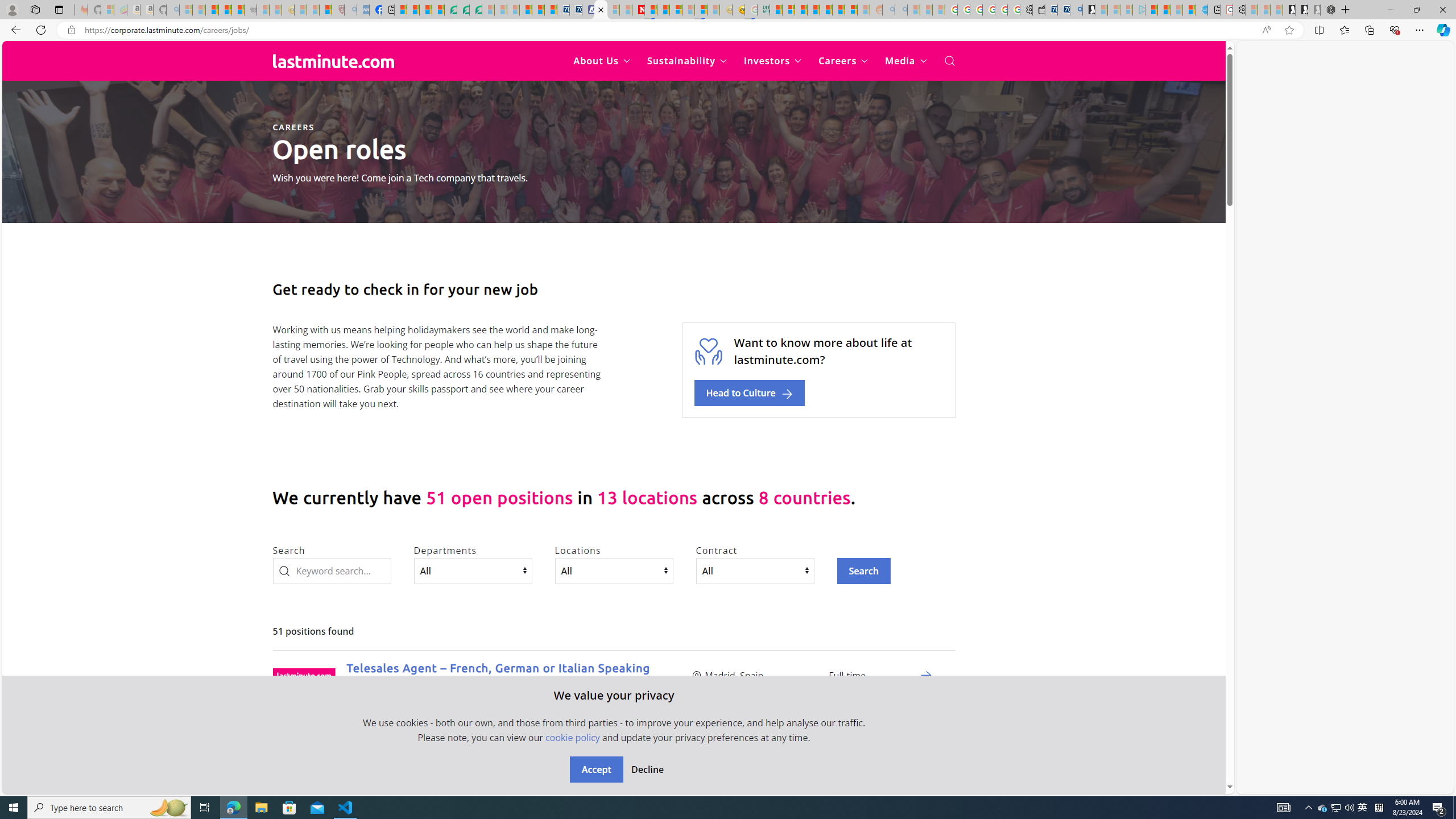  What do you see at coordinates (1201, 9) in the screenshot?
I see `'Home | Sky Blue Bikes - Sky Blue Bikes'` at bounding box center [1201, 9].